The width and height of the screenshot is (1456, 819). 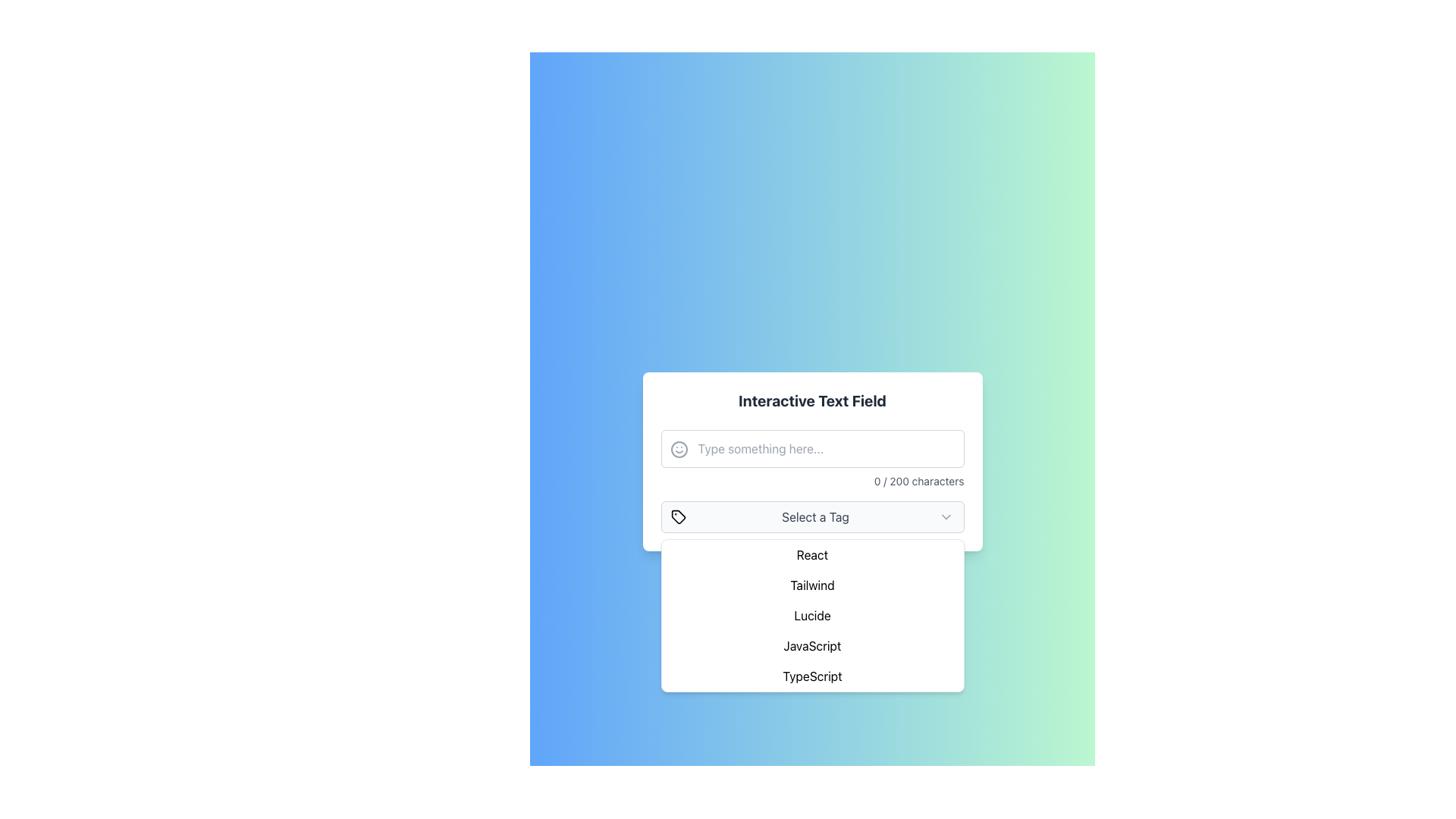 I want to click on the decorative icon located to the immediate left of the 'Select a Tag' text in the dropdown control, so click(x=677, y=516).